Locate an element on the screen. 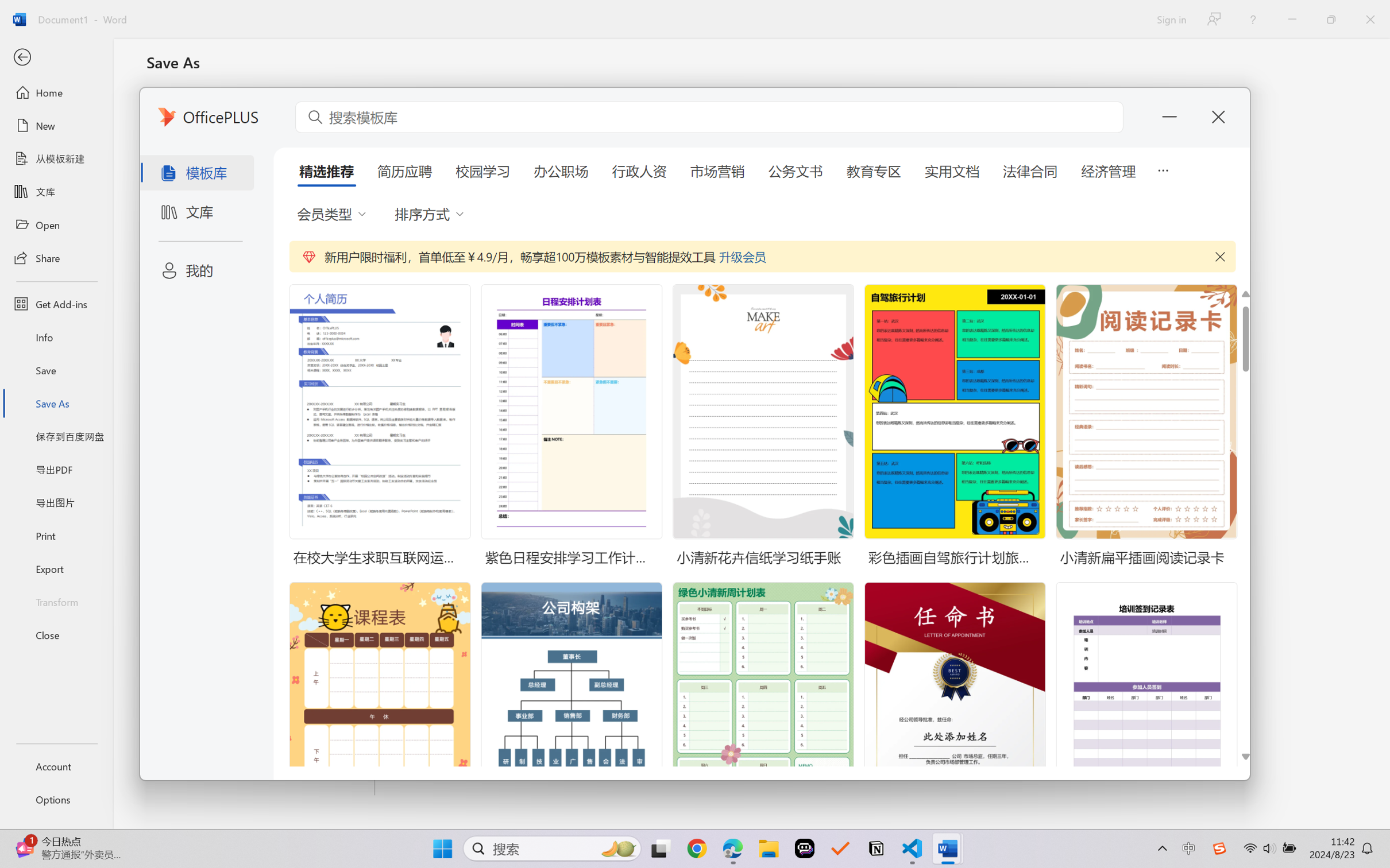 The width and height of the screenshot is (1390, 868). 'Export' is located at coordinates (56, 568).